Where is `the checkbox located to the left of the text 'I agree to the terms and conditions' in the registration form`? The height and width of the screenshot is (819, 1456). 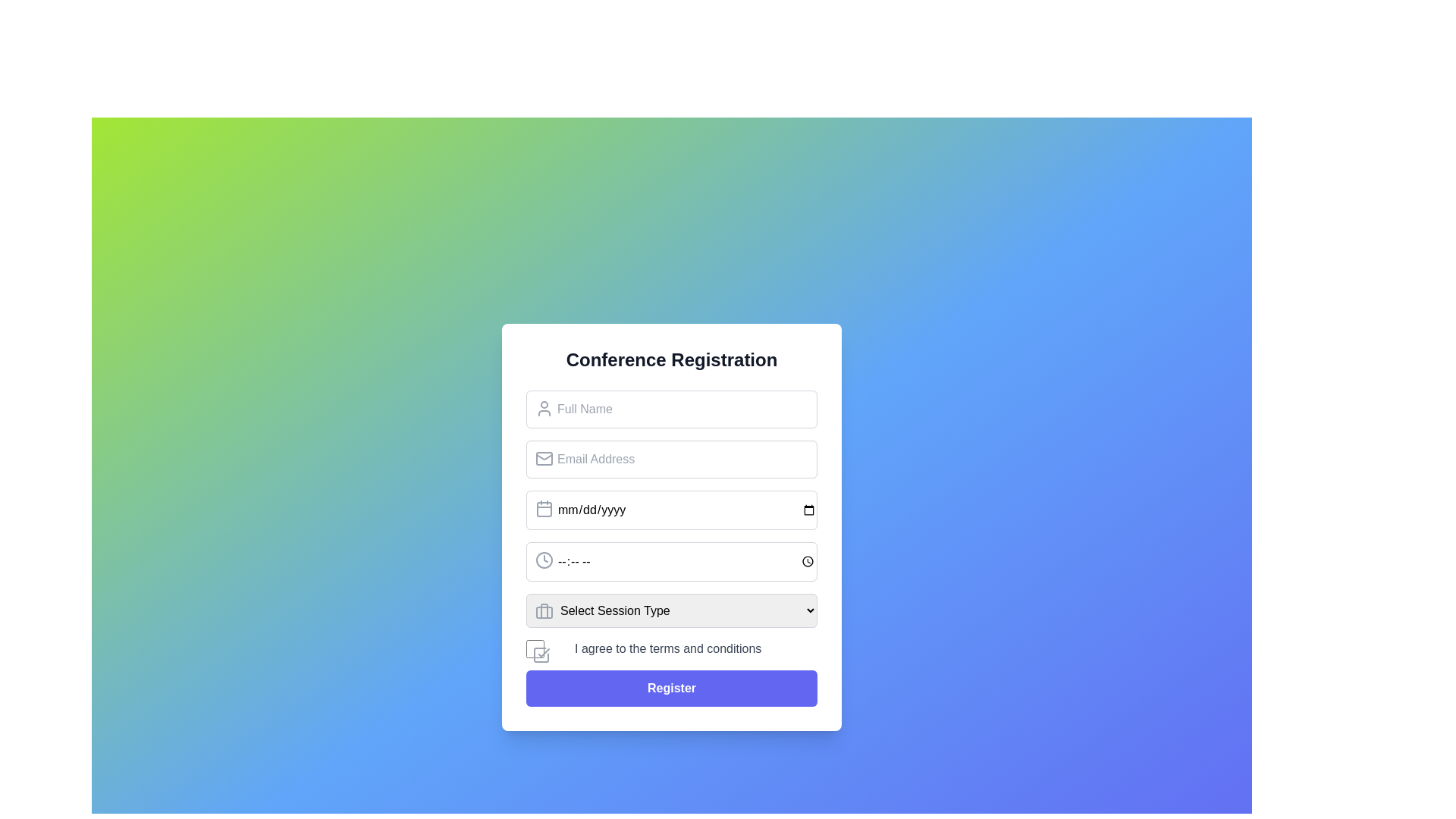
the checkbox located to the left of the text 'I agree to the terms and conditions' in the registration form is located at coordinates (535, 648).